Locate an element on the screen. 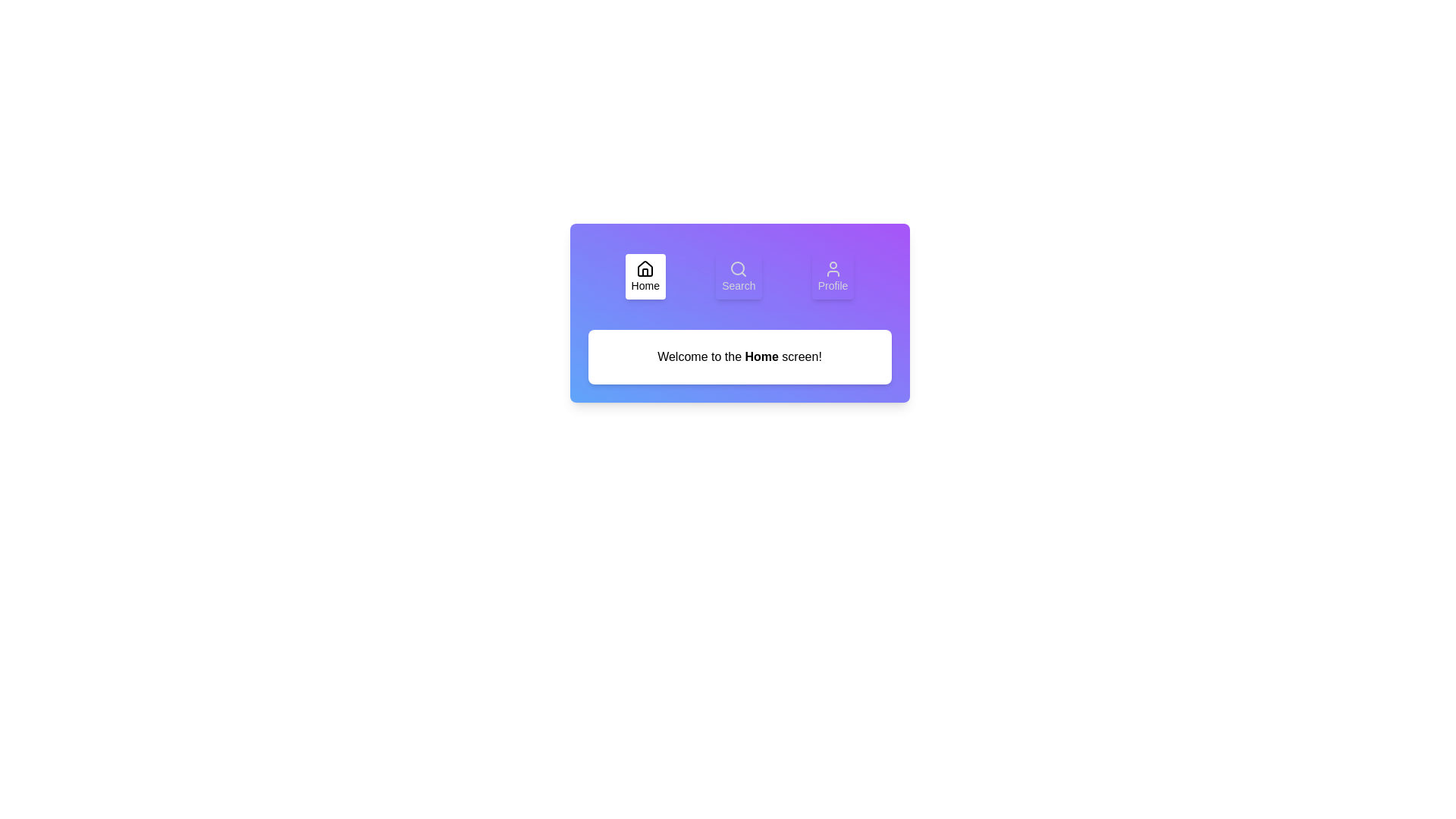  the 'Profile' button, which is the third button in a row of three with a user profile icon and label below it, to observe visual feedback is located at coordinates (832, 277).